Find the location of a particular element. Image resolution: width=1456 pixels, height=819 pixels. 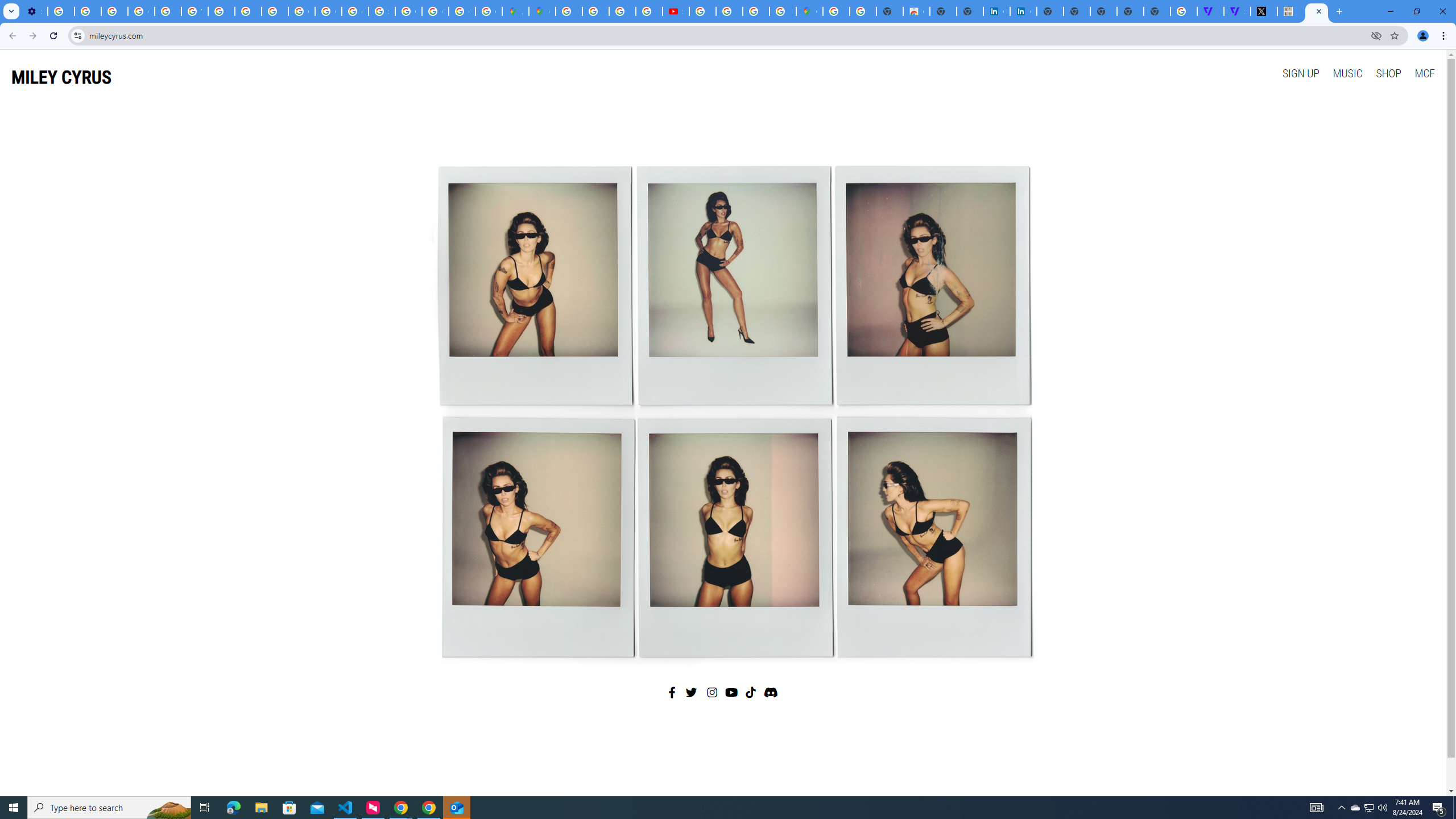

'MILEY CYRUS' is located at coordinates (61, 77).